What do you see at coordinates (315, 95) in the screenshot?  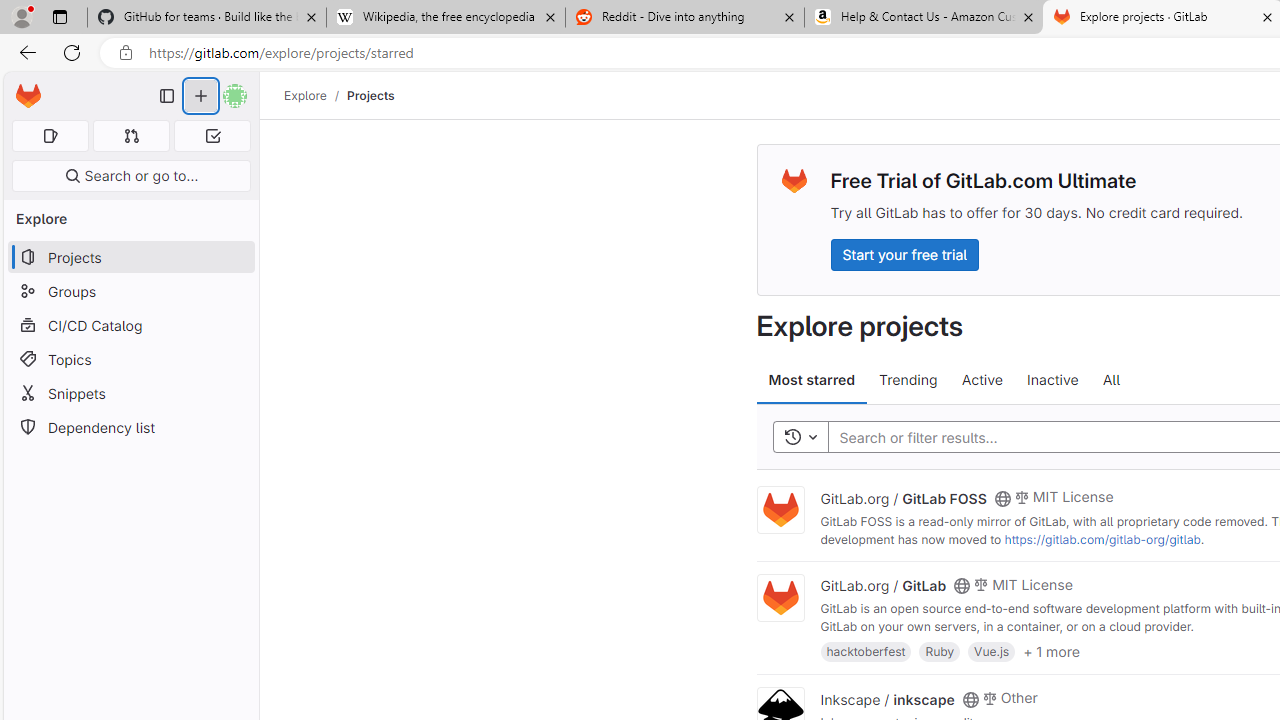 I see `'Explore/'` at bounding box center [315, 95].